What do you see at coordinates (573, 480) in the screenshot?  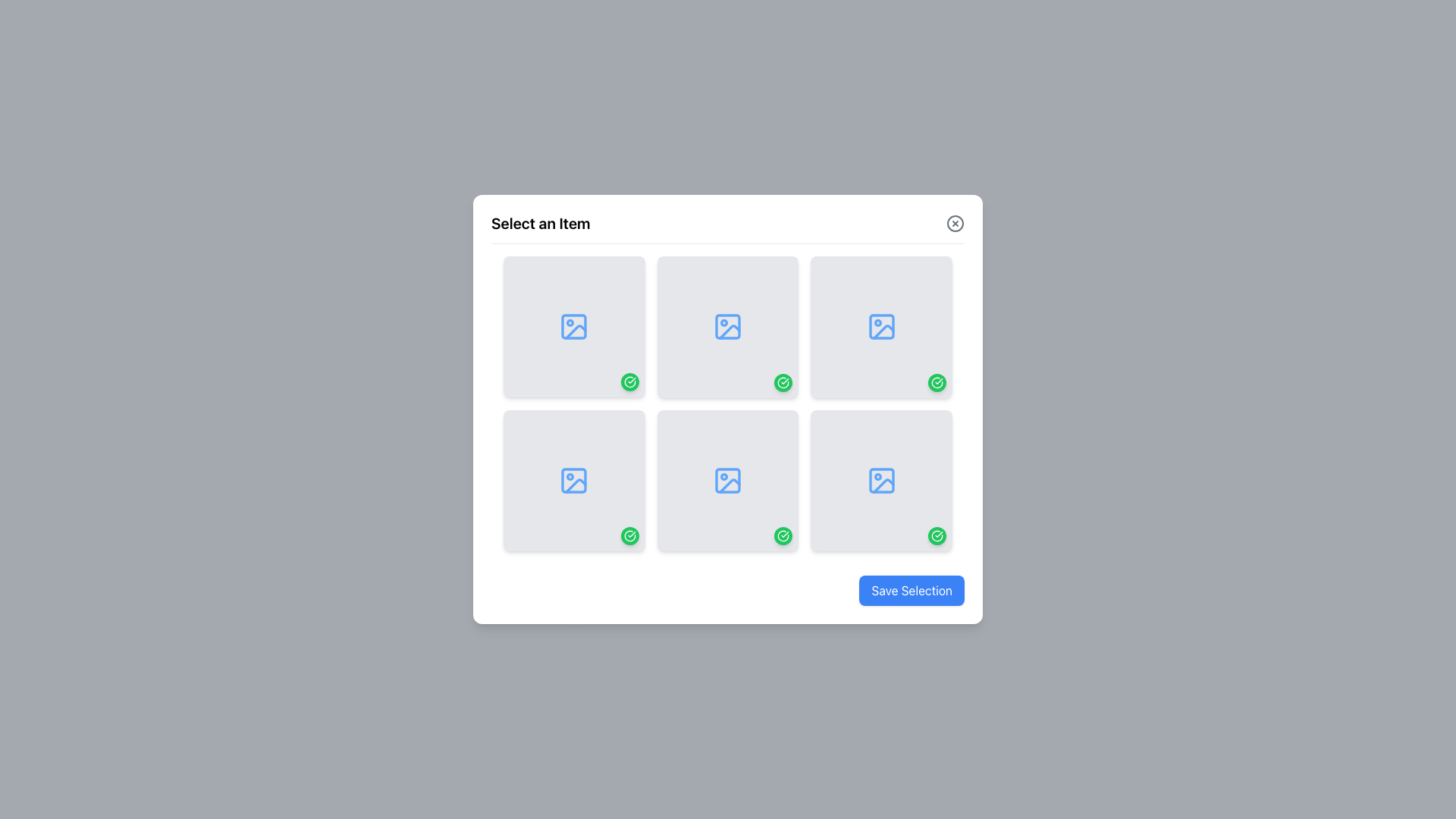 I see `the blue-outline square icon resembling a photo with a mountain shape located in the bottom-left cell of a 2x3 grid layout` at bounding box center [573, 480].